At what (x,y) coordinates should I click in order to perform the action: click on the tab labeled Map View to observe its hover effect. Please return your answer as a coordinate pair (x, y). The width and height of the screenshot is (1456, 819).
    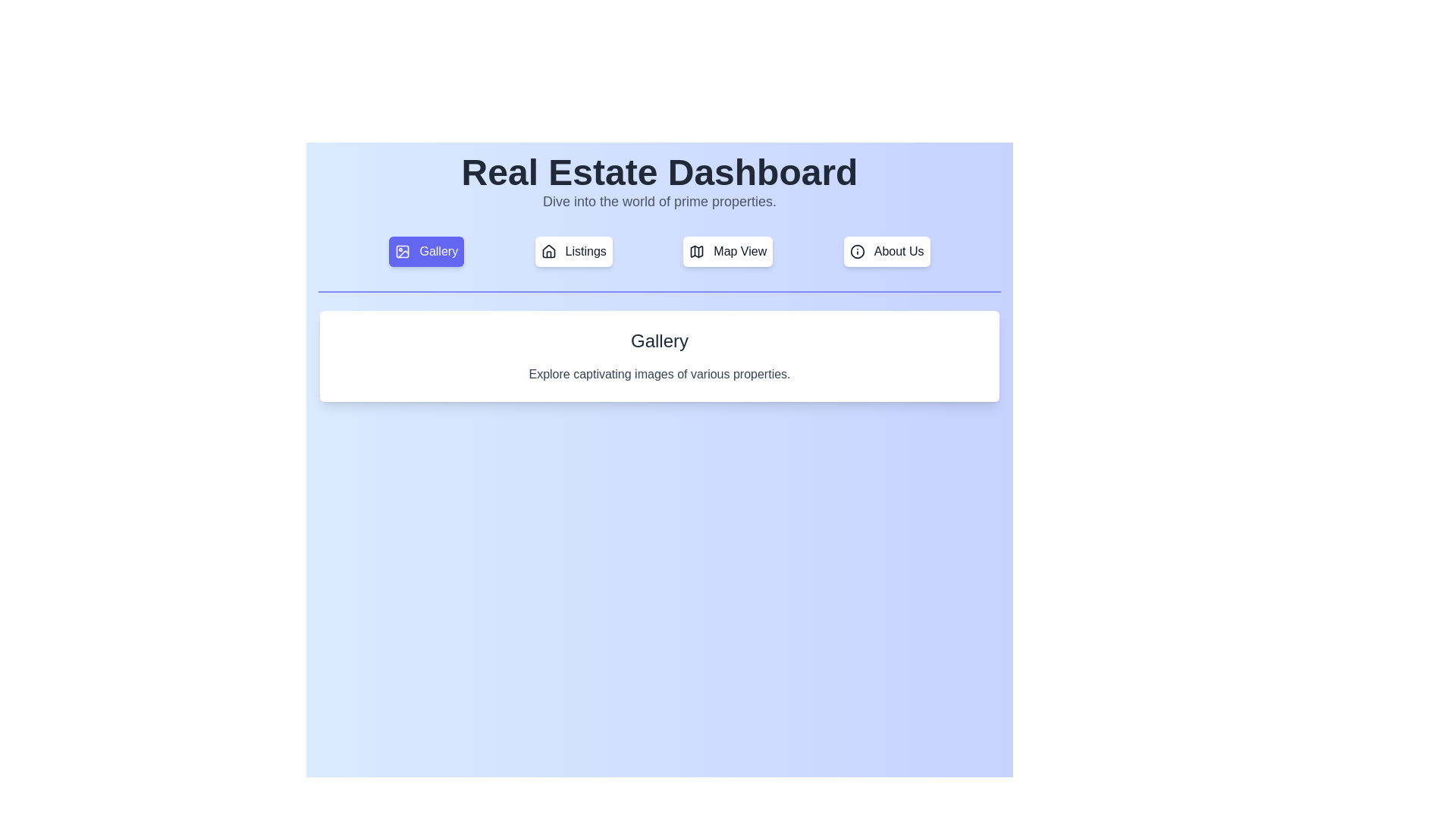
    Looking at the image, I should click on (728, 250).